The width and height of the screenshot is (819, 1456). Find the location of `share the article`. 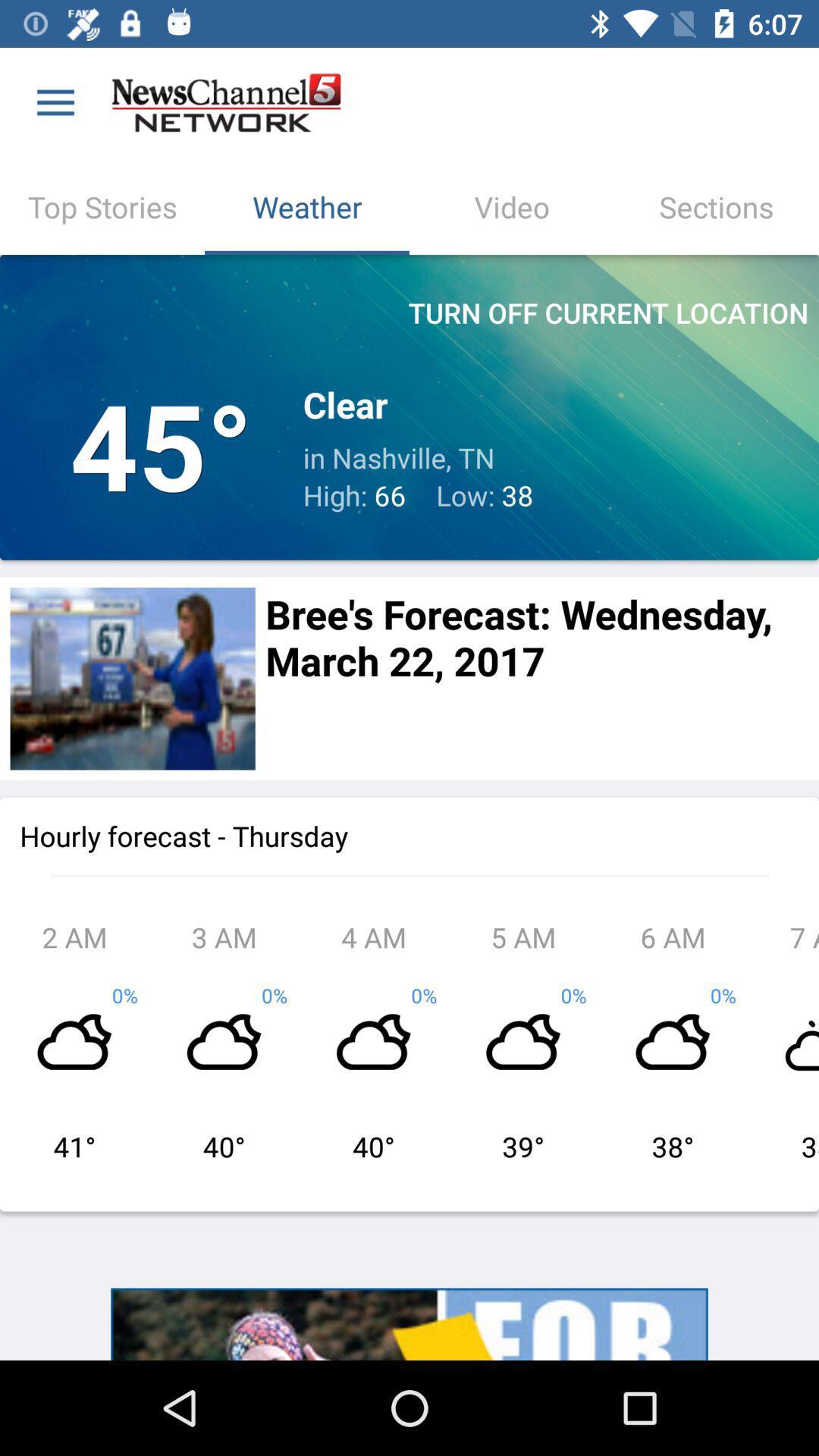

share the article is located at coordinates (132, 678).